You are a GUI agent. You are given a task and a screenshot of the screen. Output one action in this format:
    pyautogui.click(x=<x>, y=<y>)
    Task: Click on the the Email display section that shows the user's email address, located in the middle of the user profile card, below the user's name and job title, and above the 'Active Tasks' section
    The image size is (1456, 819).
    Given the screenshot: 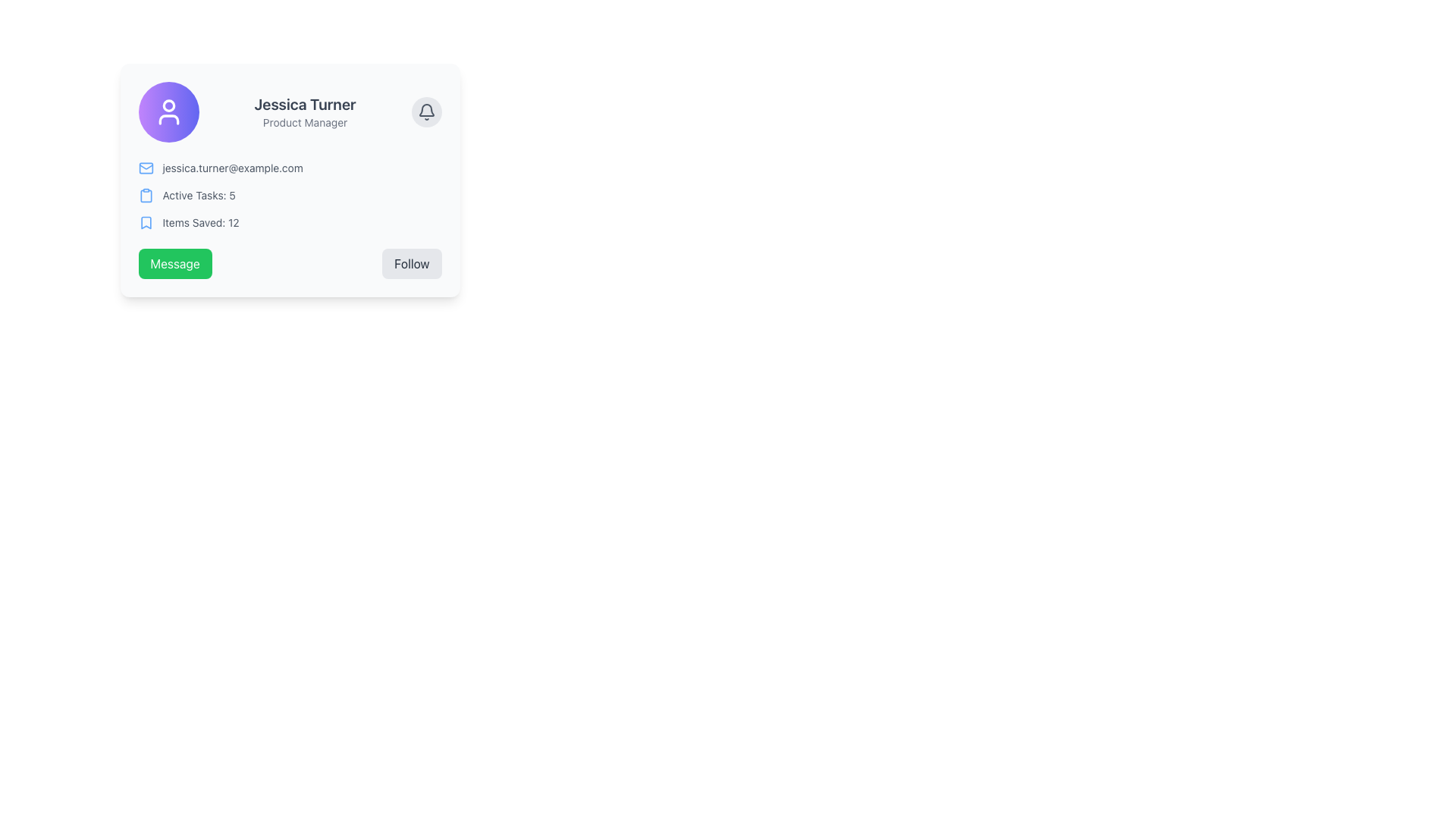 What is the action you would take?
    pyautogui.click(x=290, y=168)
    